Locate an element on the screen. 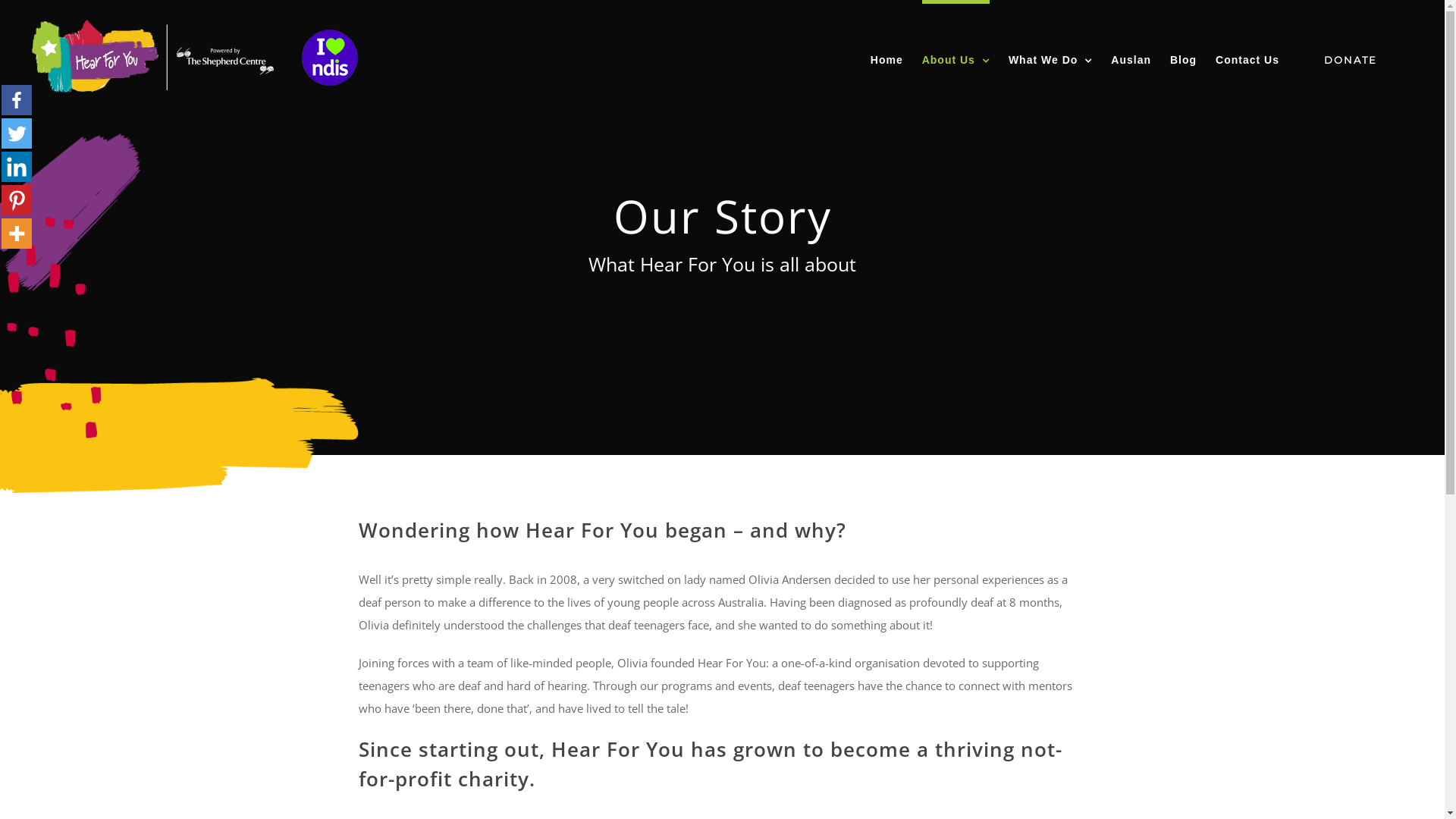  'More' is located at coordinates (1, 234).